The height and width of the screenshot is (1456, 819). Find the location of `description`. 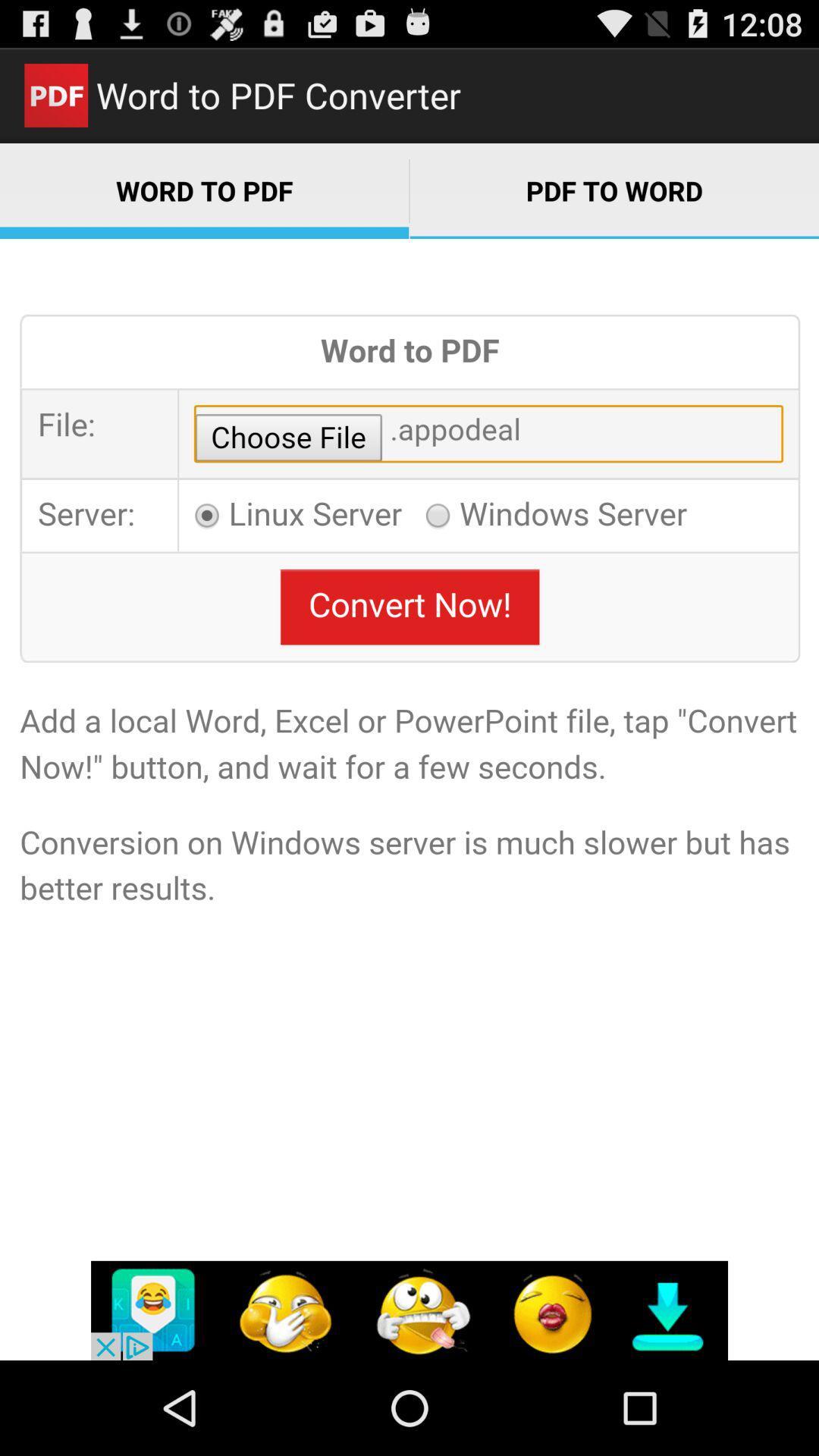

description is located at coordinates (409, 799).